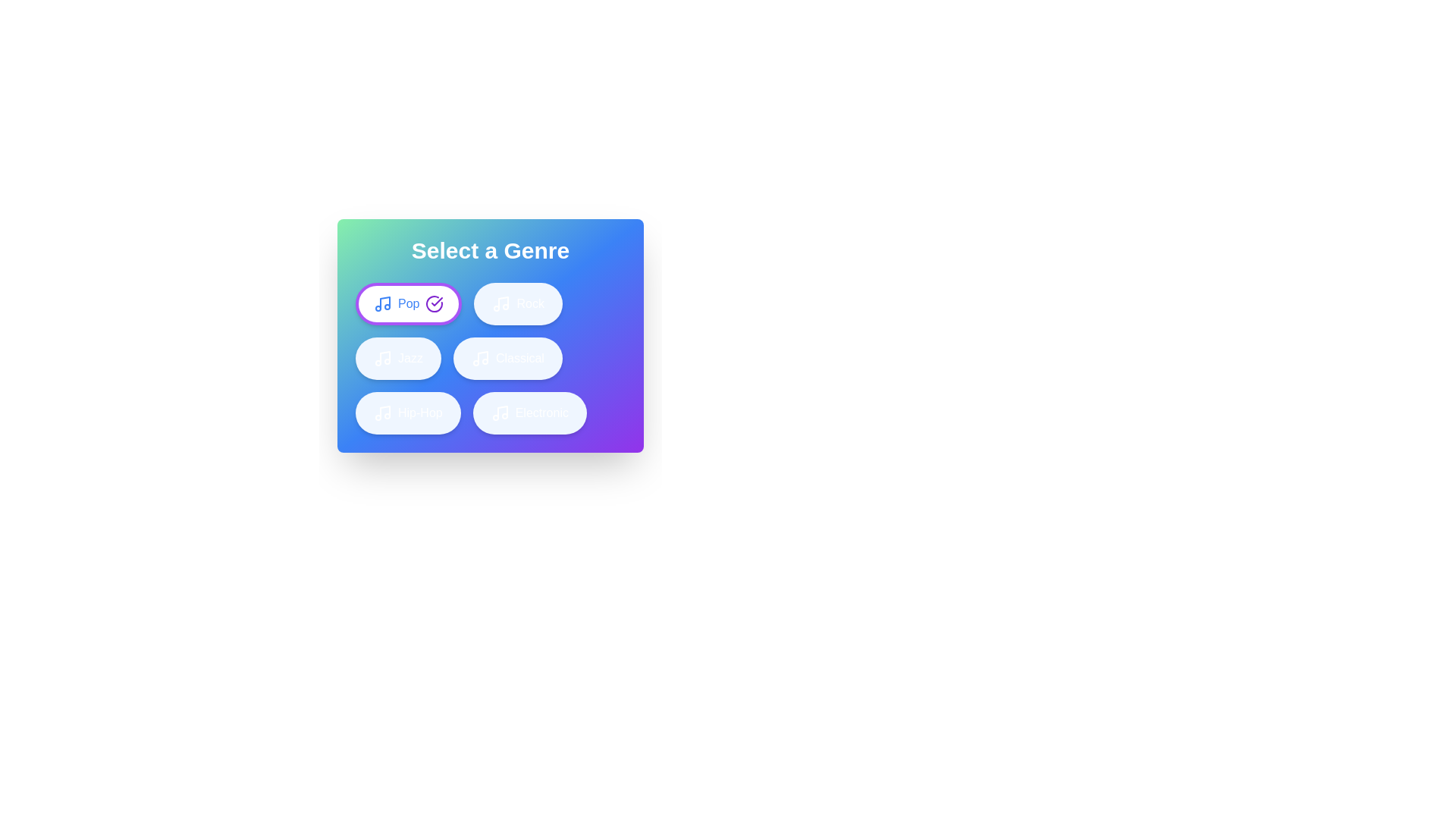 The height and width of the screenshot is (819, 1456). What do you see at coordinates (398, 359) in the screenshot?
I see `the 'Jazz' genre button, which is the third button from the top in the left column of the music selection interface, positioned between the 'Rock' and 'Hip-Hop' buttons` at bounding box center [398, 359].